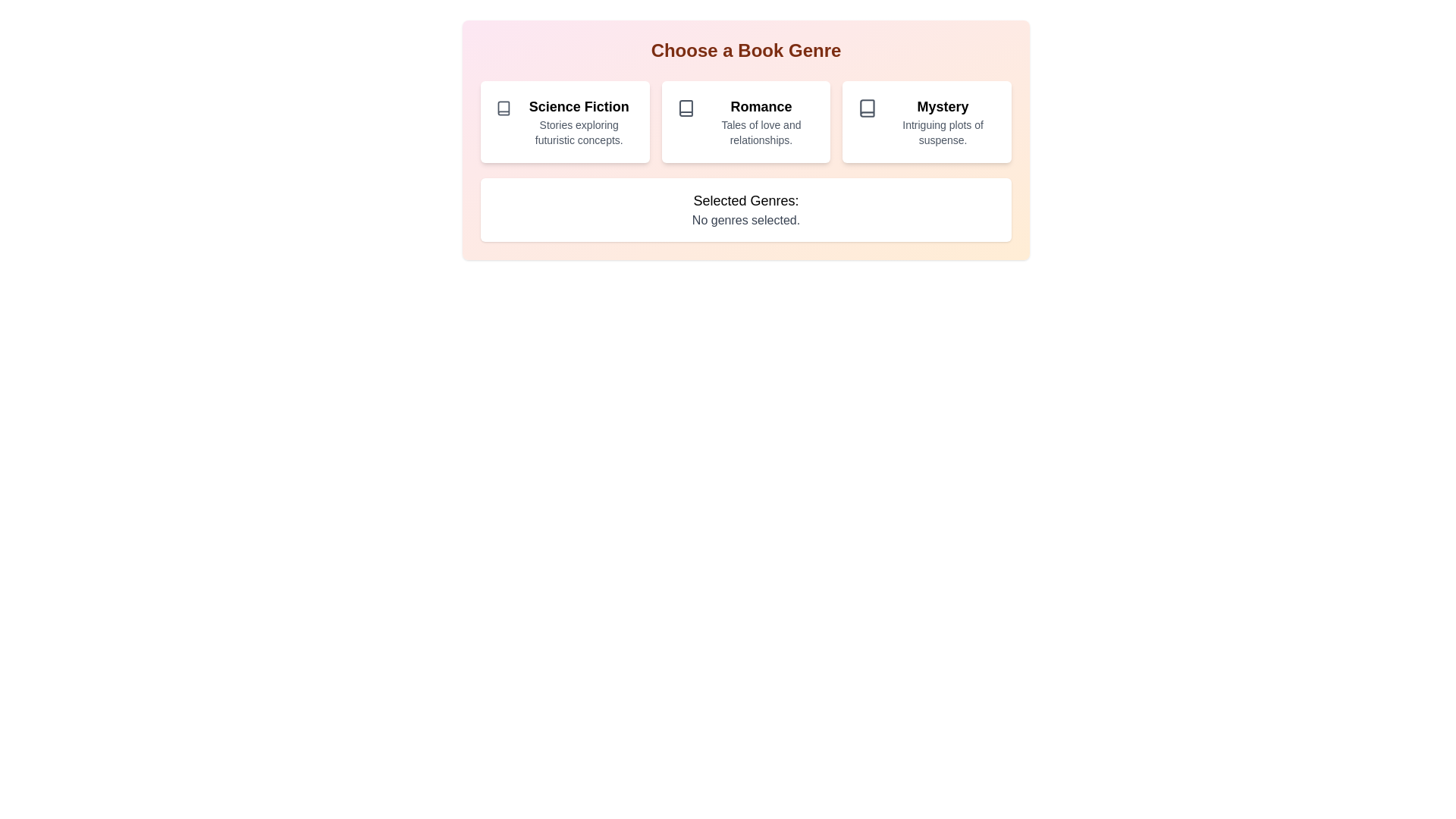 The image size is (1456, 819). Describe the element at coordinates (504, 107) in the screenshot. I see `the minimalist gray book icon in the 'Choose a Book Genre' section, which is located above the 'Science Fiction' text and adjacent to the title 'Stories exploring futuristic concepts.'` at that location.